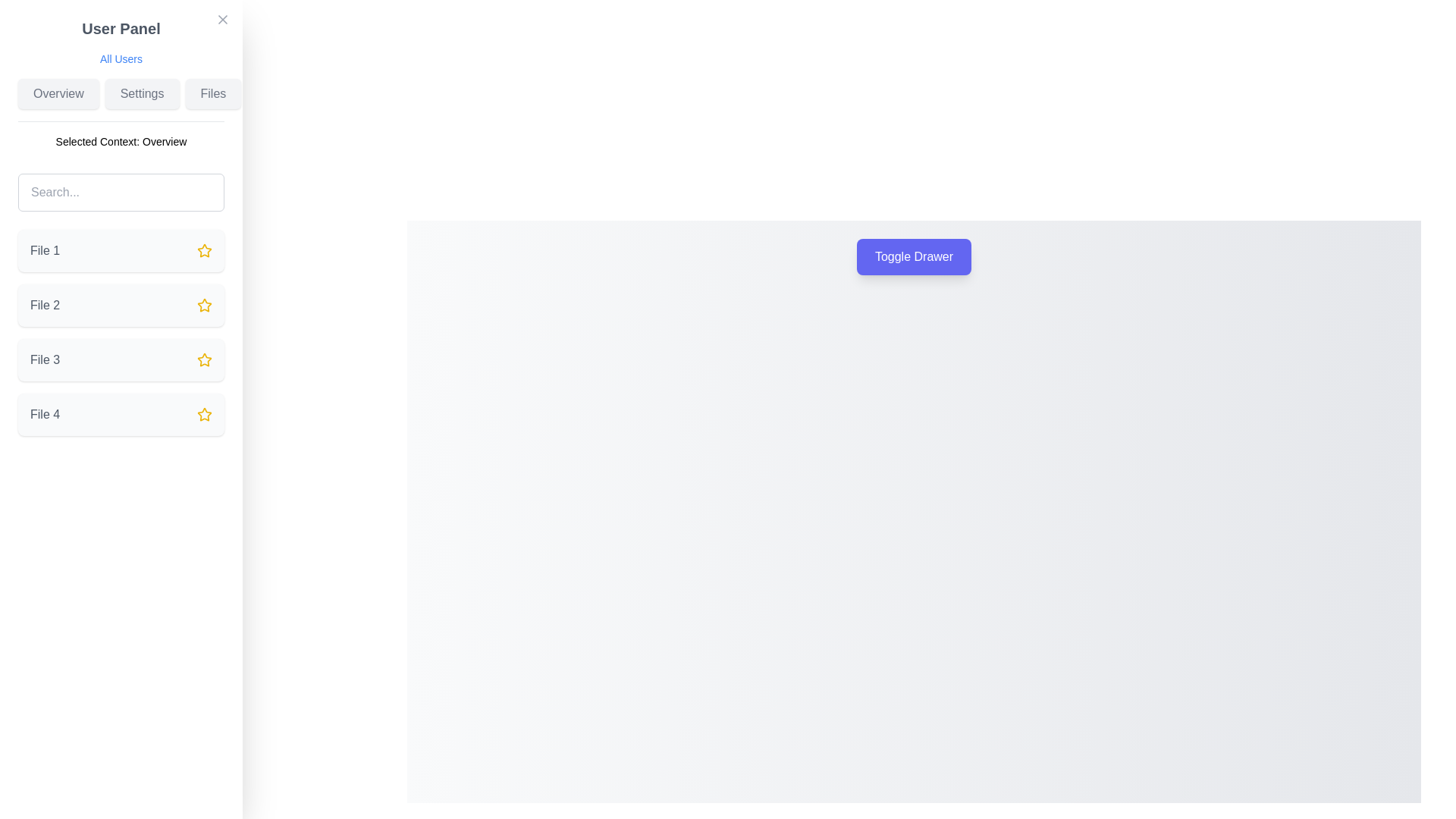 The image size is (1456, 819). Describe the element at coordinates (203, 305) in the screenshot. I see `the star-shaped icon associated with 'File 2'` at that location.